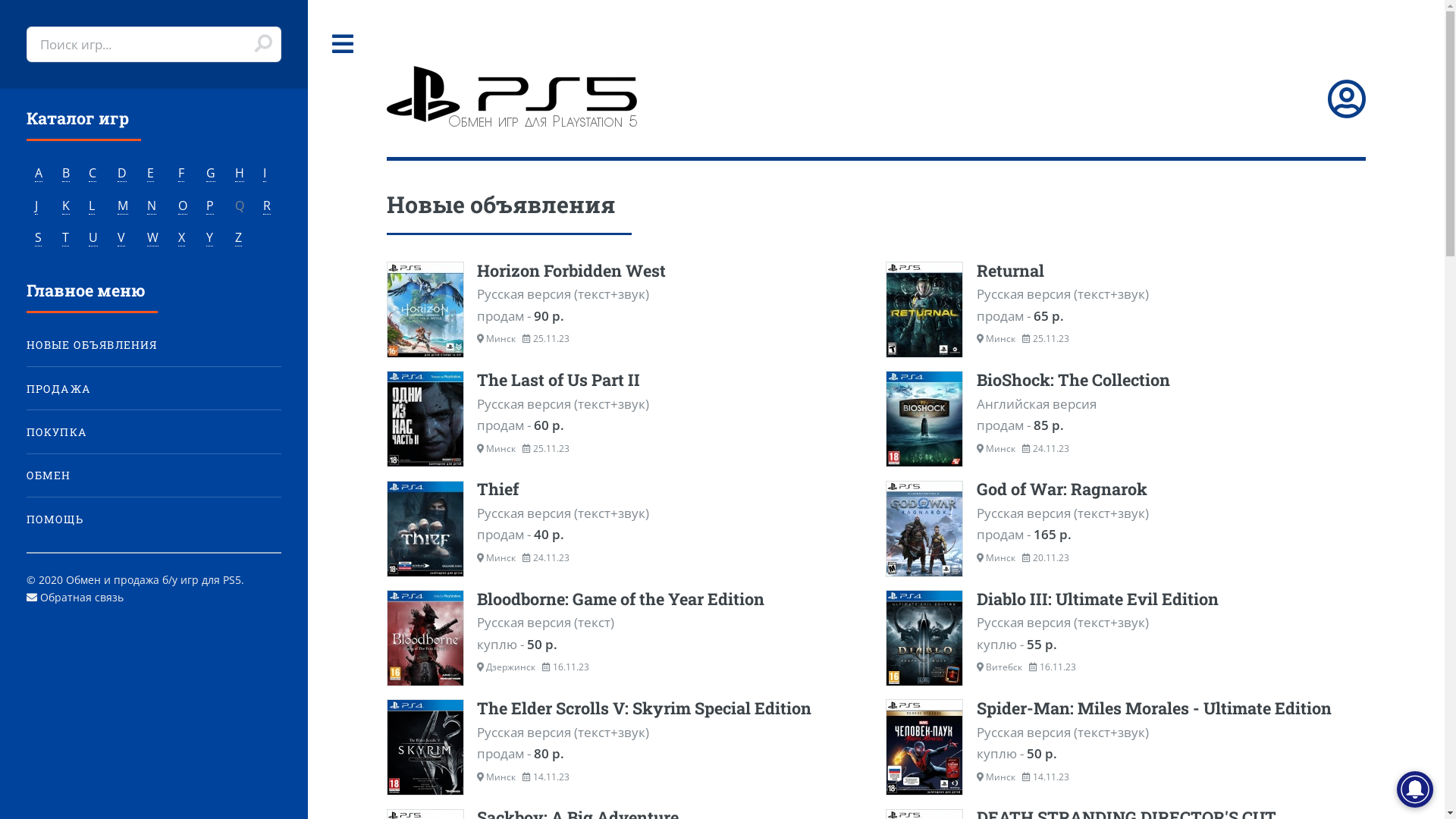  Describe the element at coordinates (64, 206) in the screenshot. I see `'K'` at that location.